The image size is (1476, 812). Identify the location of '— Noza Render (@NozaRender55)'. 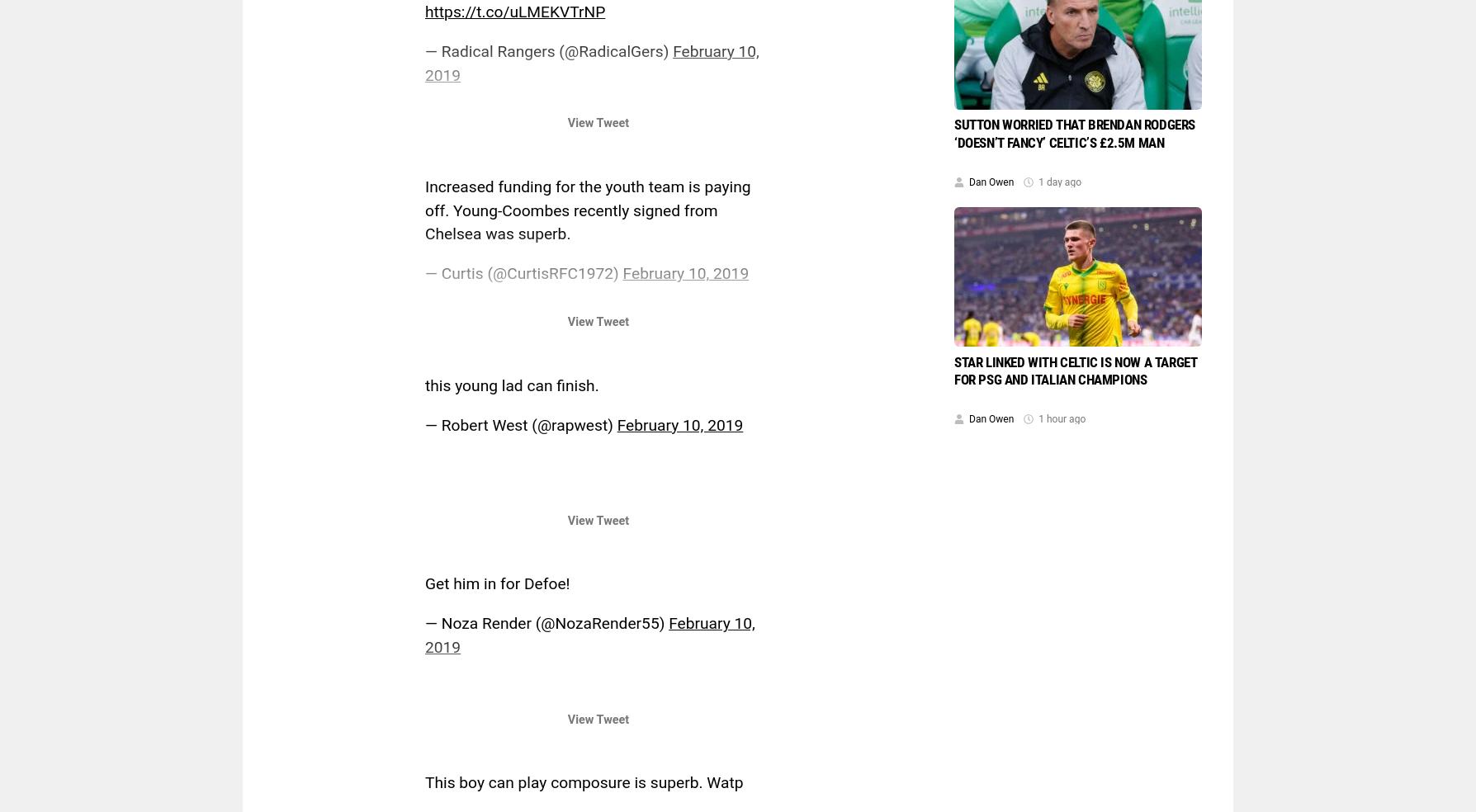
(546, 622).